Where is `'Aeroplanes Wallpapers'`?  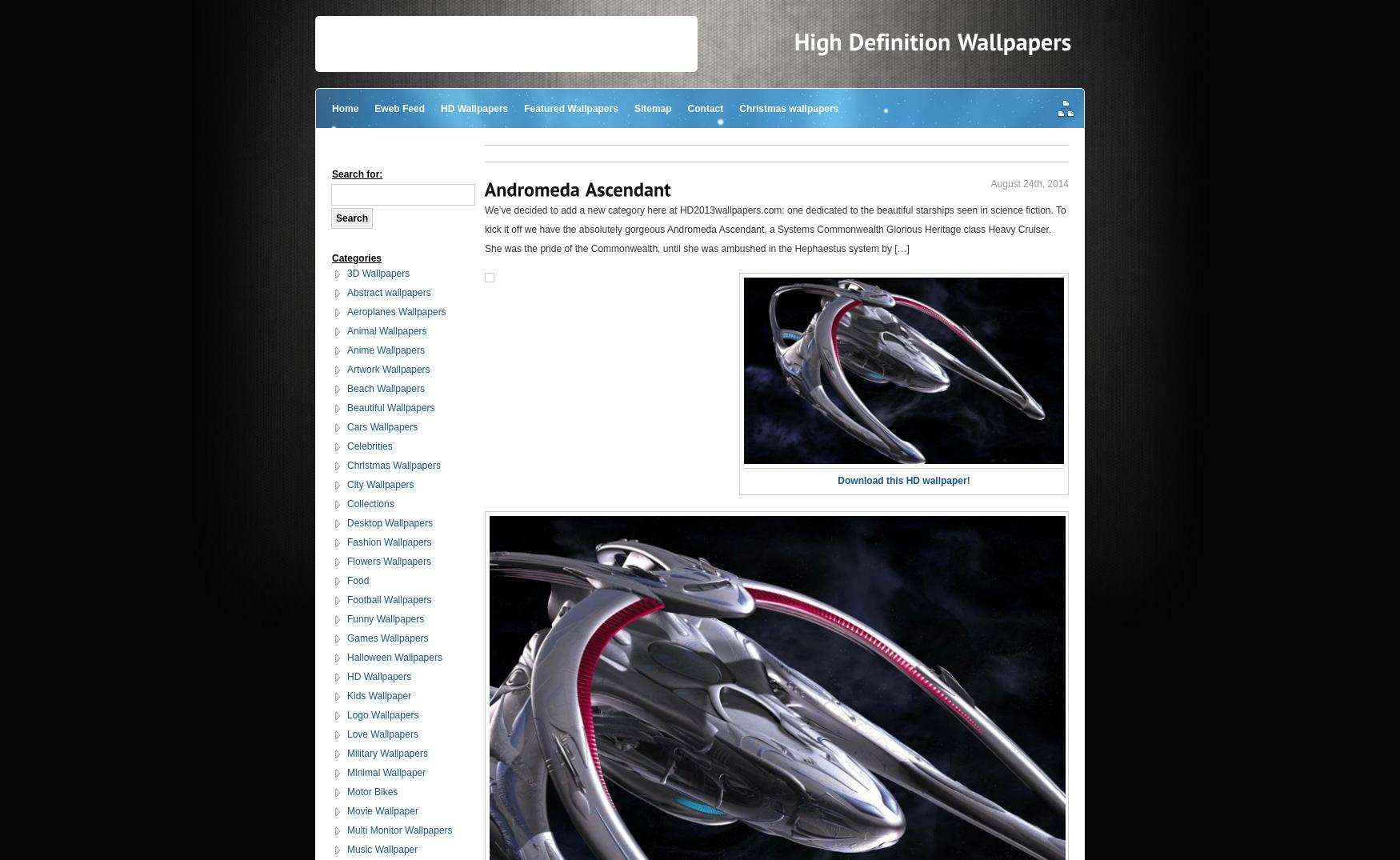
'Aeroplanes Wallpapers' is located at coordinates (396, 312).